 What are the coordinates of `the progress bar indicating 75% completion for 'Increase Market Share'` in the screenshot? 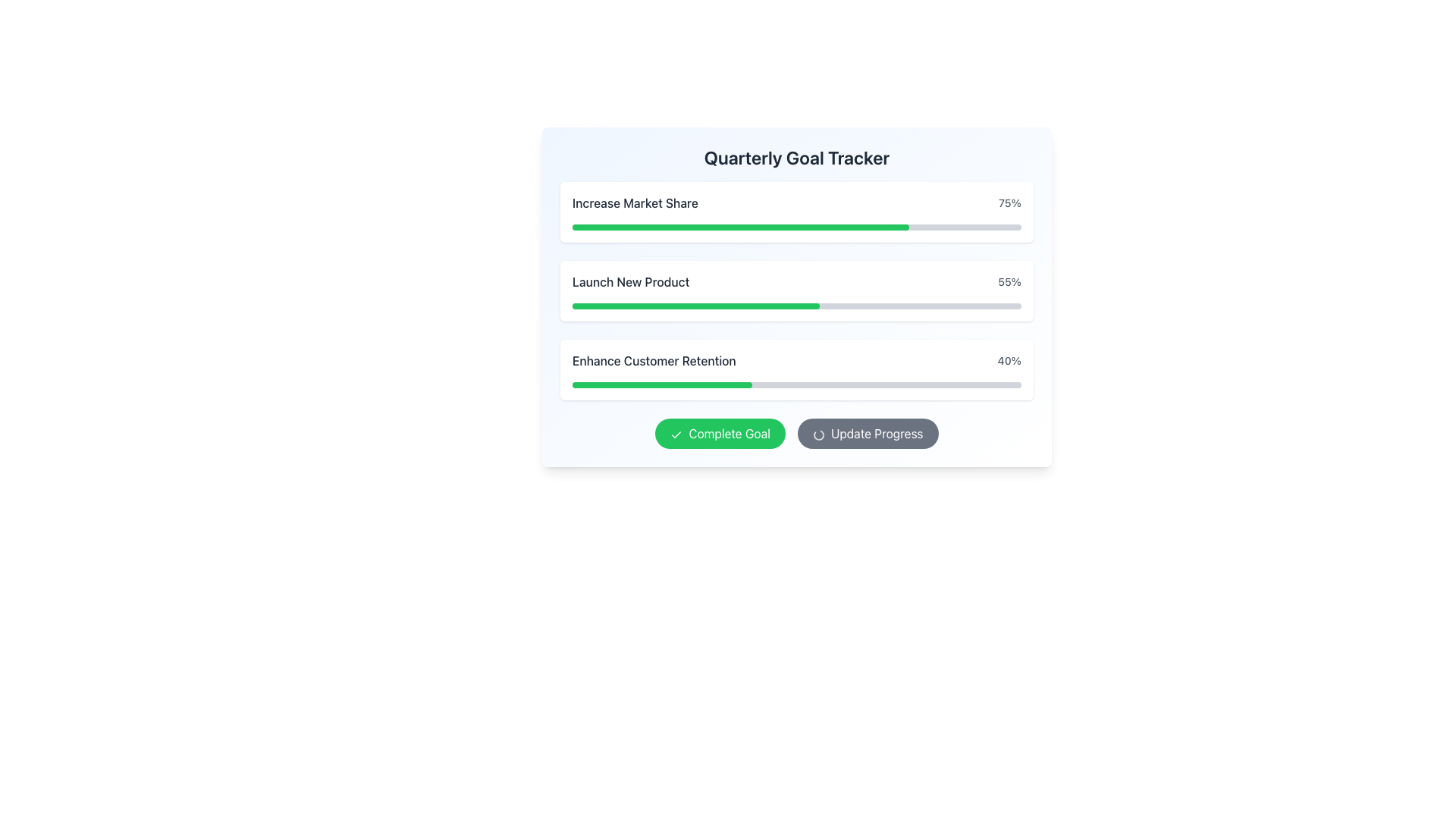 It's located at (796, 227).